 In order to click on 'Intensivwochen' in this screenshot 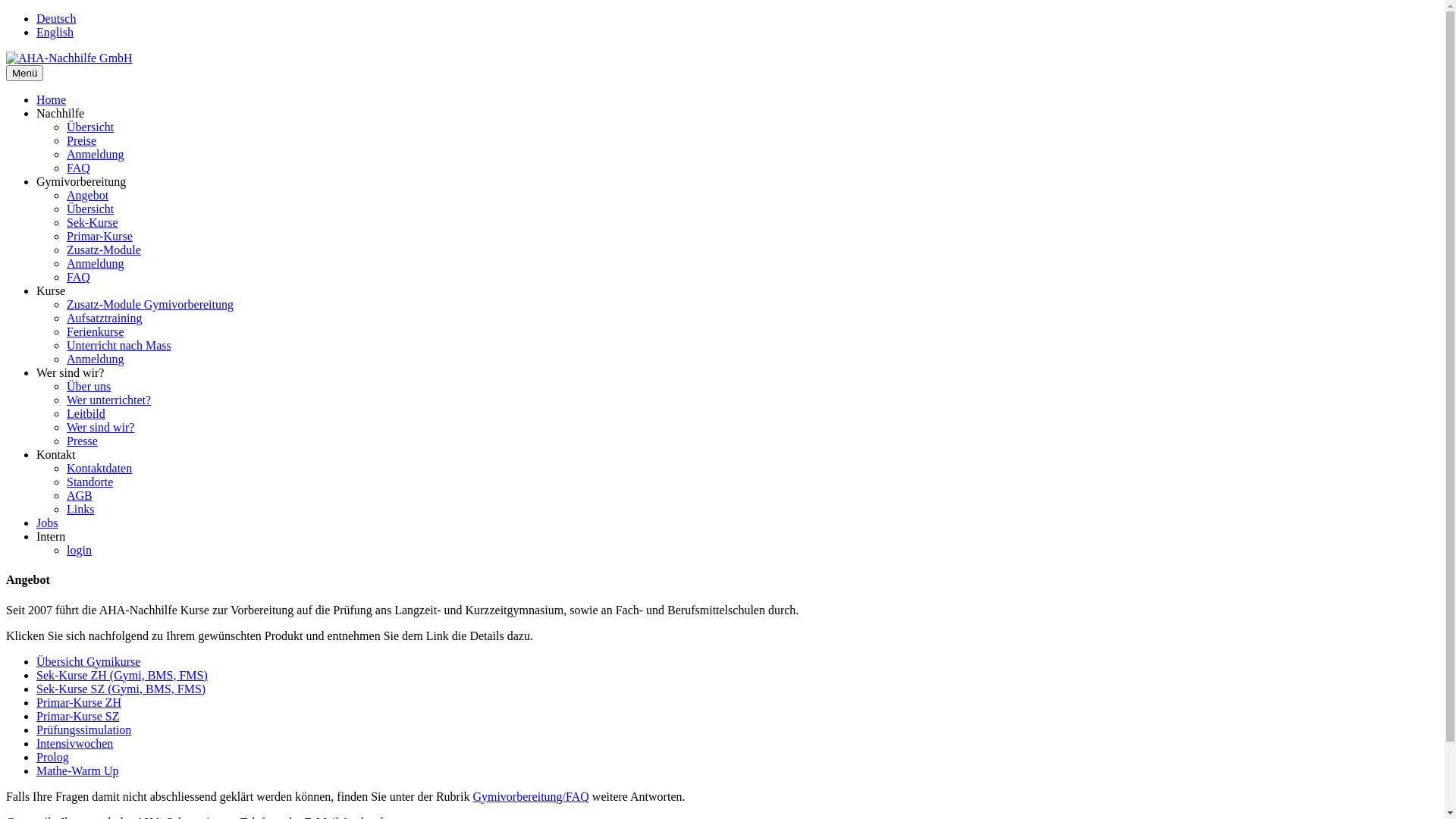, I will do `click(74, 742)`.